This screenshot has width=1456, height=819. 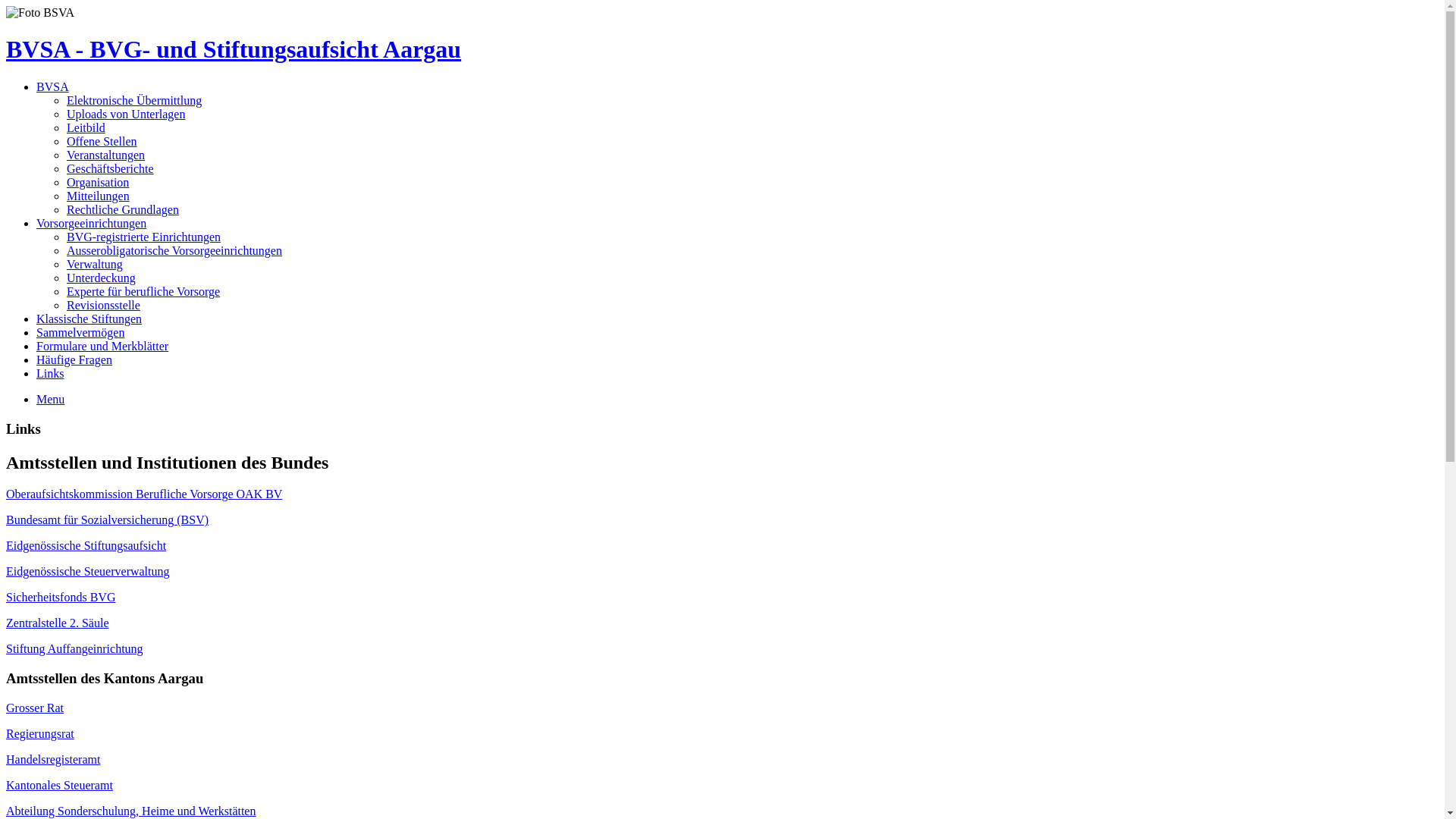 What do you see at coordinates (143, 237) in the screenshot?
I see `'BVG-registrierte Einrichtungen'` at bounding box center [143, 237].